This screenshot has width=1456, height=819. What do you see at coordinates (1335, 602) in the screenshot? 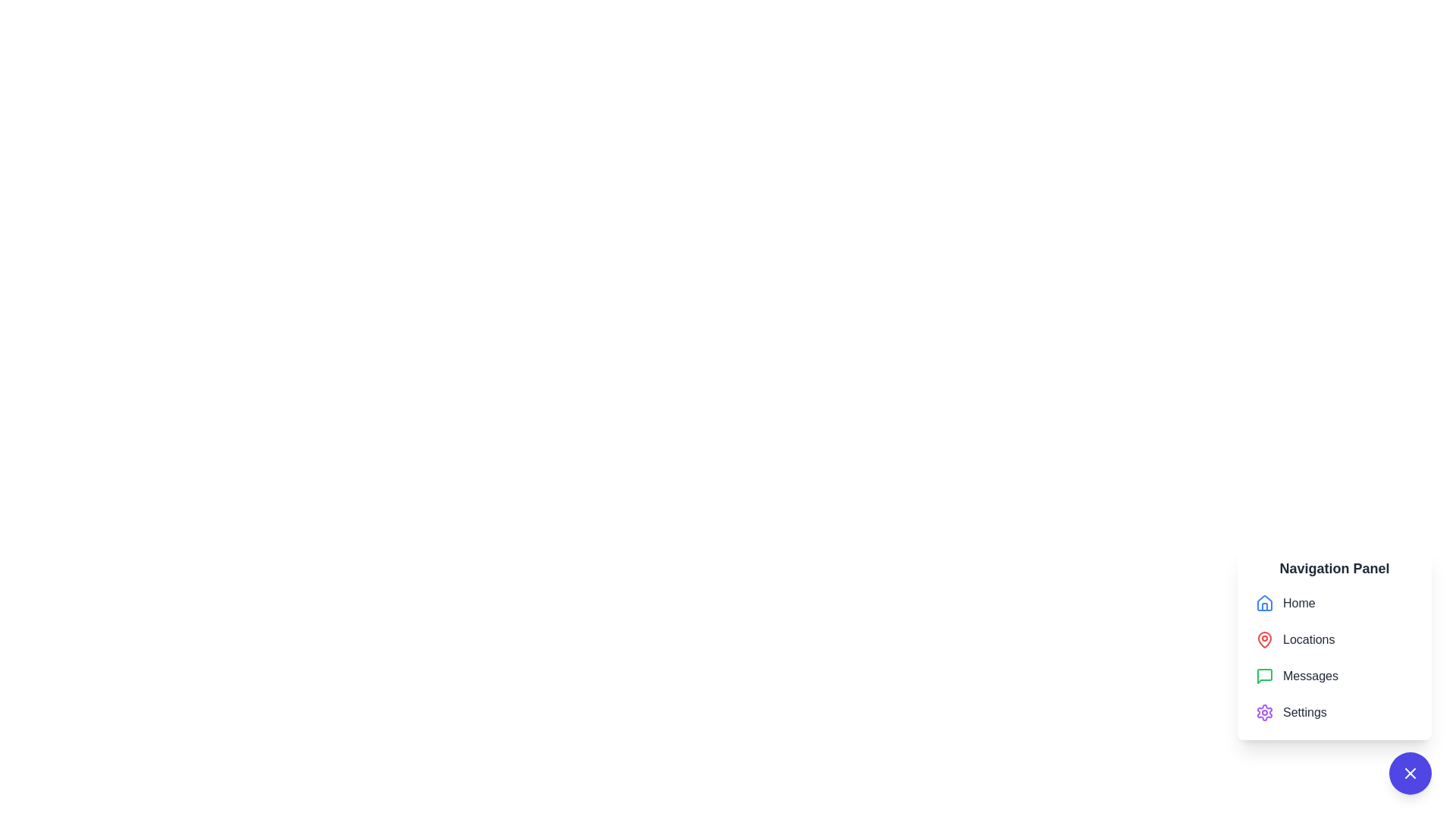
I see `the 'Home' navigation button to trigger hover effects, which is located at the top of the vertical list in the right sidebar` at bounding box center [1335, 602].